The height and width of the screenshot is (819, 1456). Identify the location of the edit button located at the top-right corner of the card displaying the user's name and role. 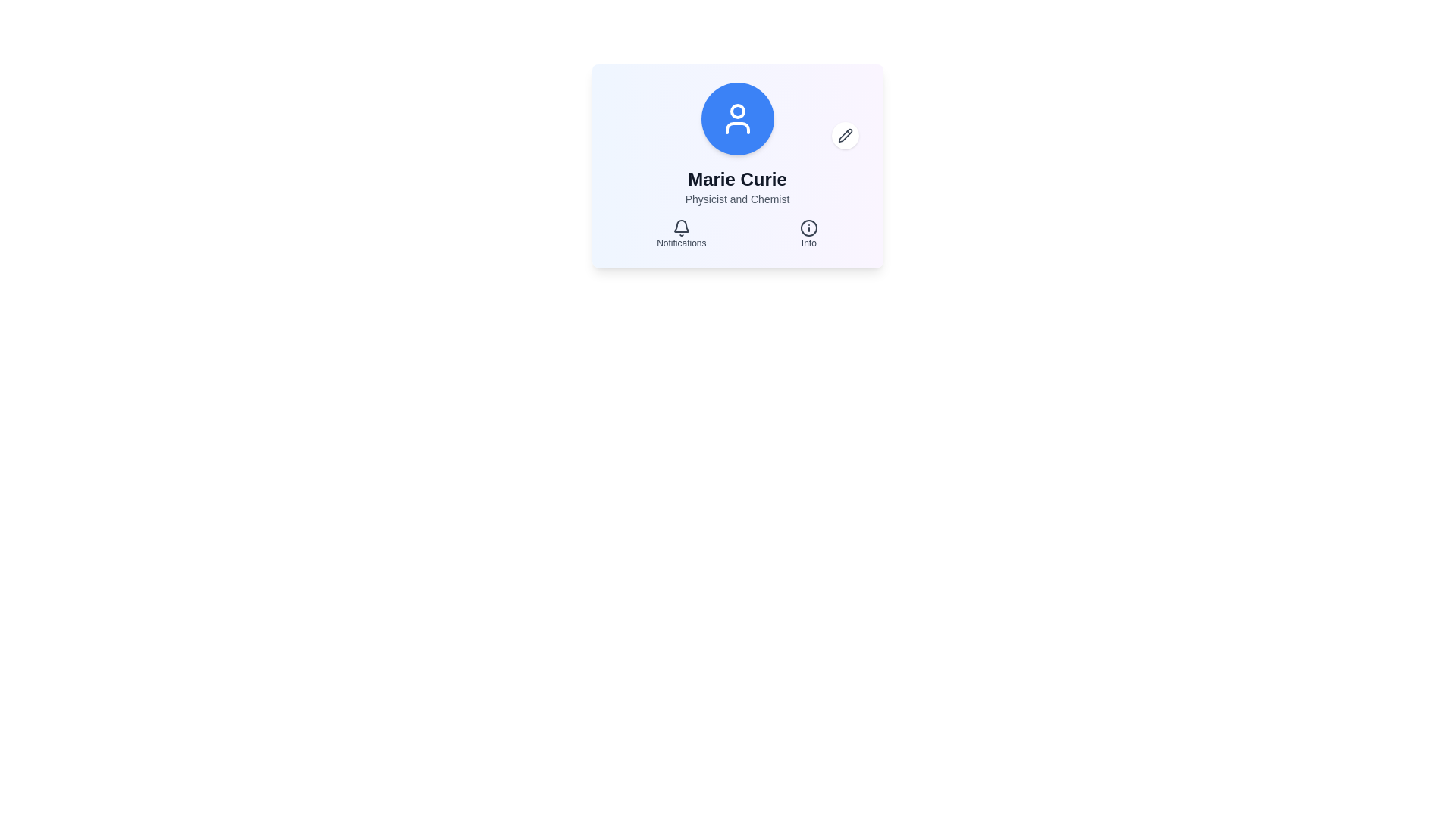
(844, 134).